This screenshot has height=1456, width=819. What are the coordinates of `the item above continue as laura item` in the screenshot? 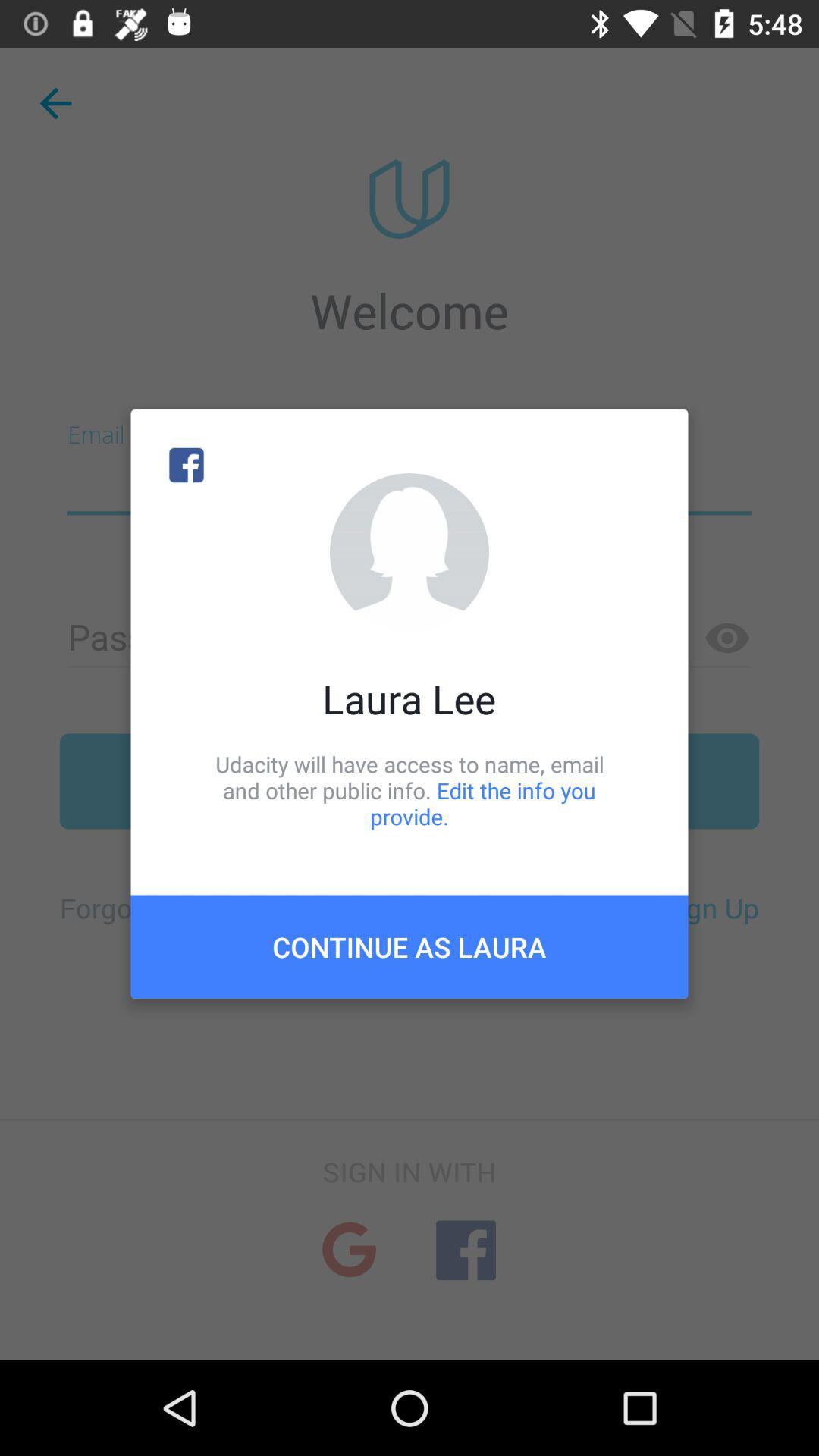 It's located at (409, 789).